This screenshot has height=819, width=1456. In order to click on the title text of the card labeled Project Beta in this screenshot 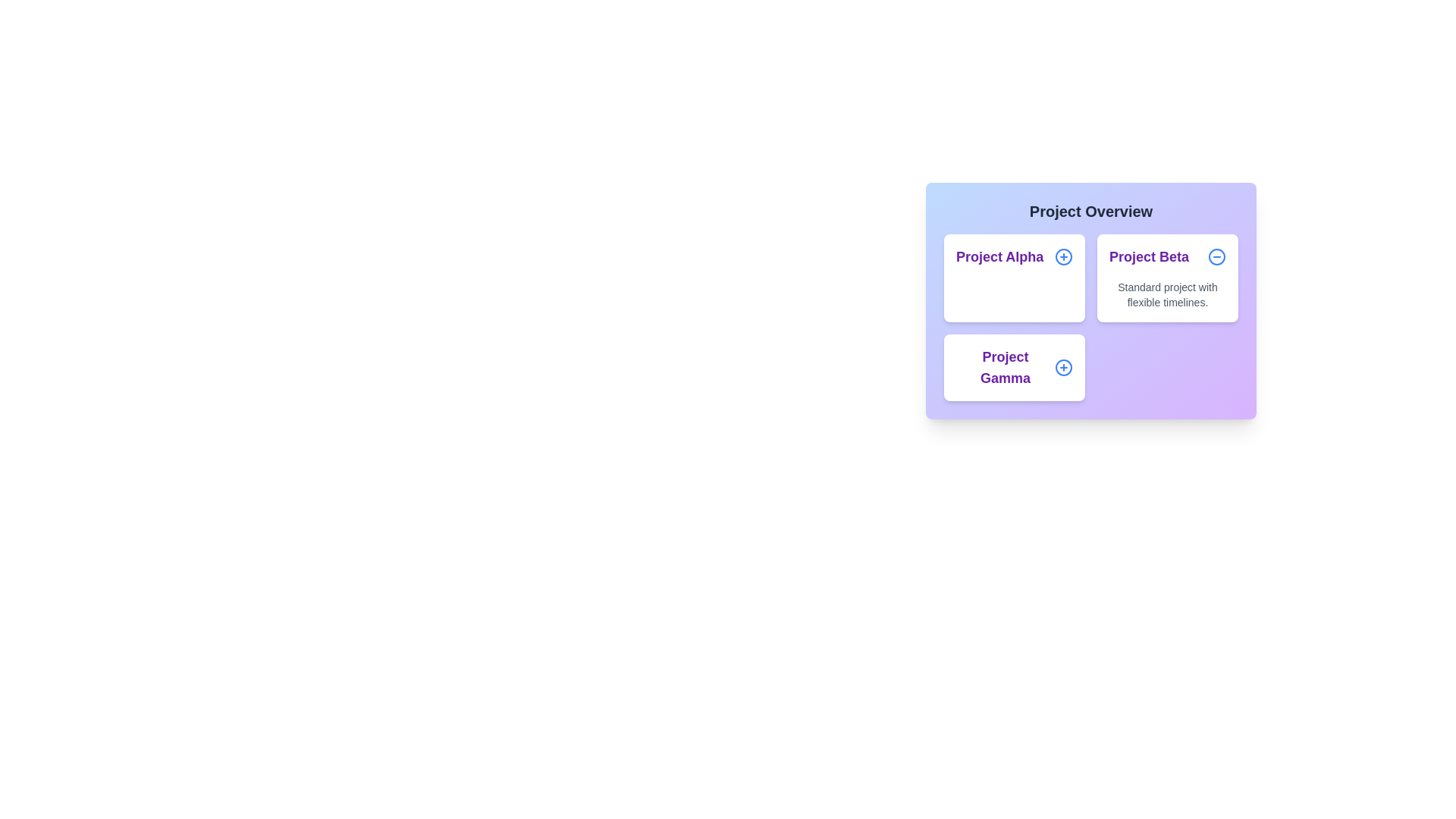, I will do `click(1167, 256)`.